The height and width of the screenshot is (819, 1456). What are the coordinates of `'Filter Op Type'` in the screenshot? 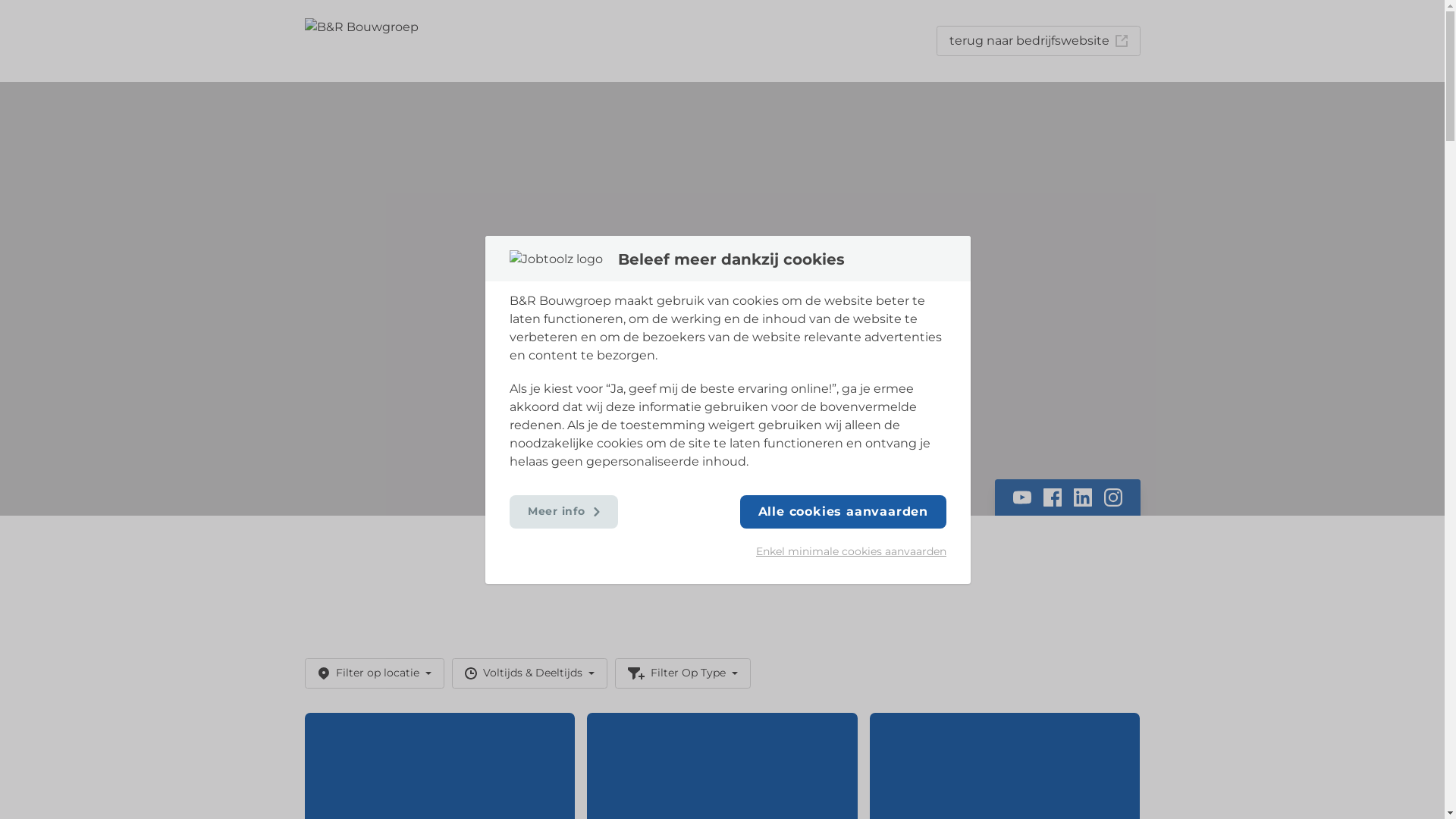 It's located at (681, 672).